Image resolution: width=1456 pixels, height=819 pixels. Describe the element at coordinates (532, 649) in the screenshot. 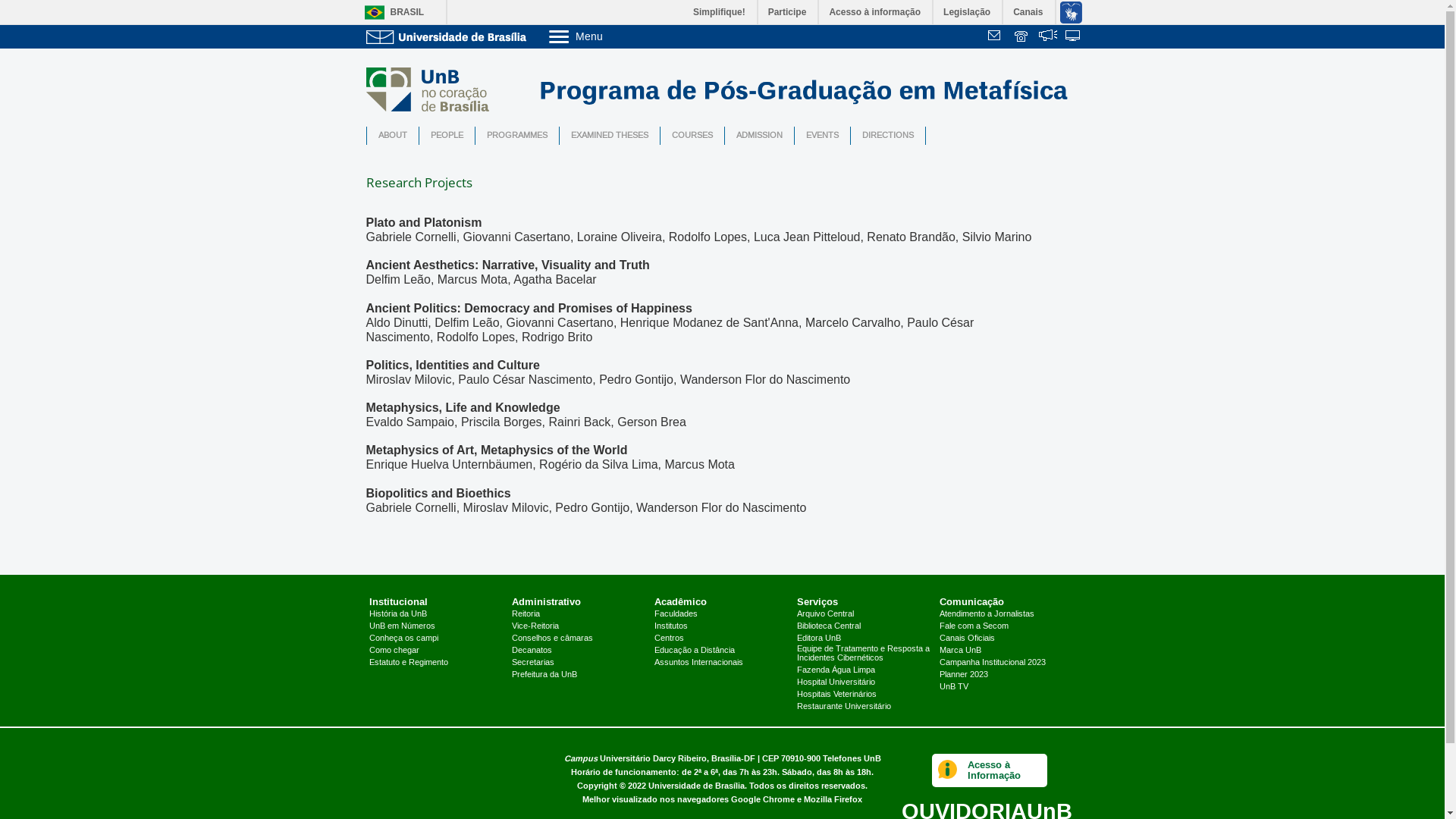

I see `'Decanatos'` at that location.